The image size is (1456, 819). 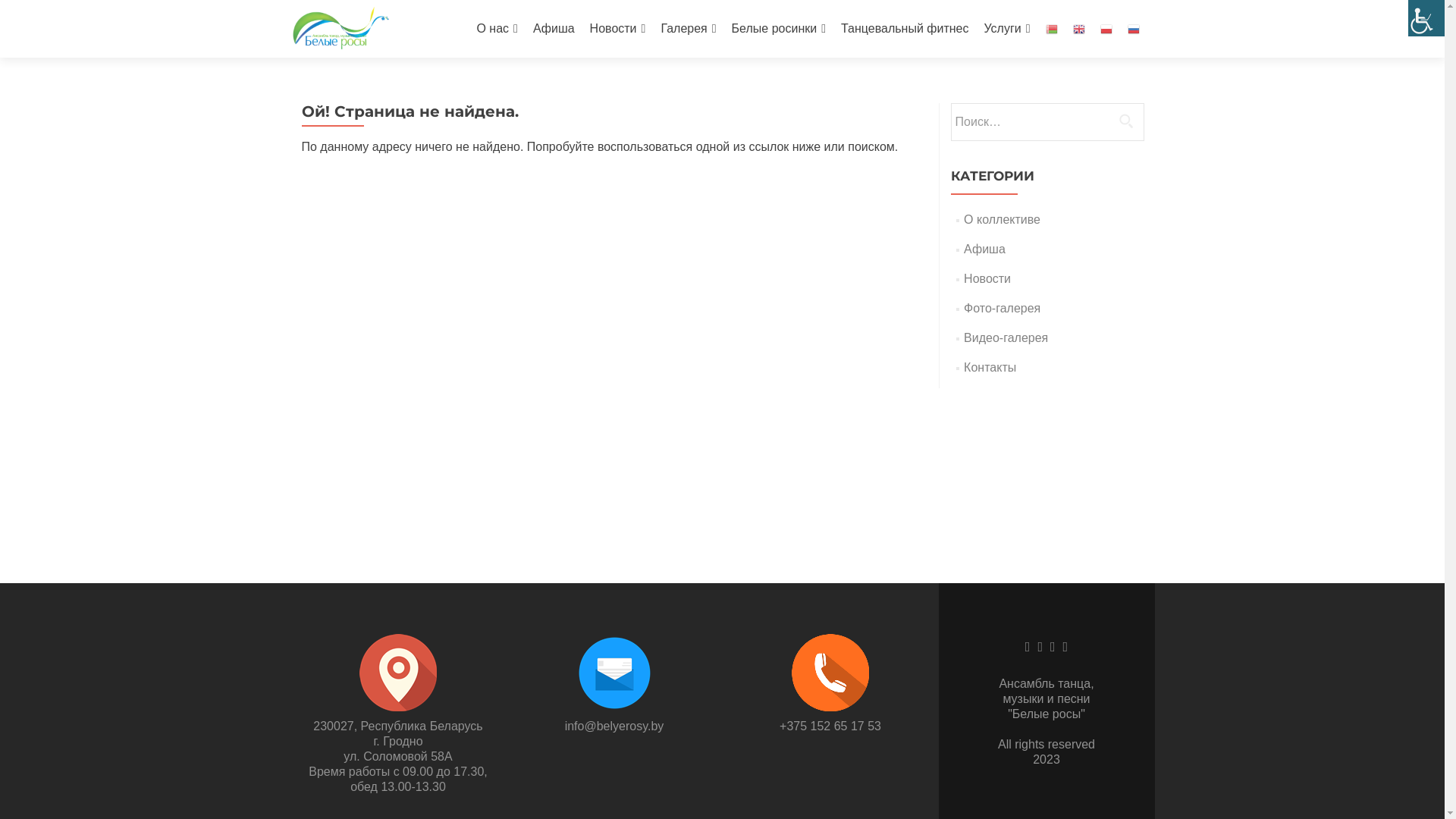 I want to click on 'English', so click(x=1077, y=28).